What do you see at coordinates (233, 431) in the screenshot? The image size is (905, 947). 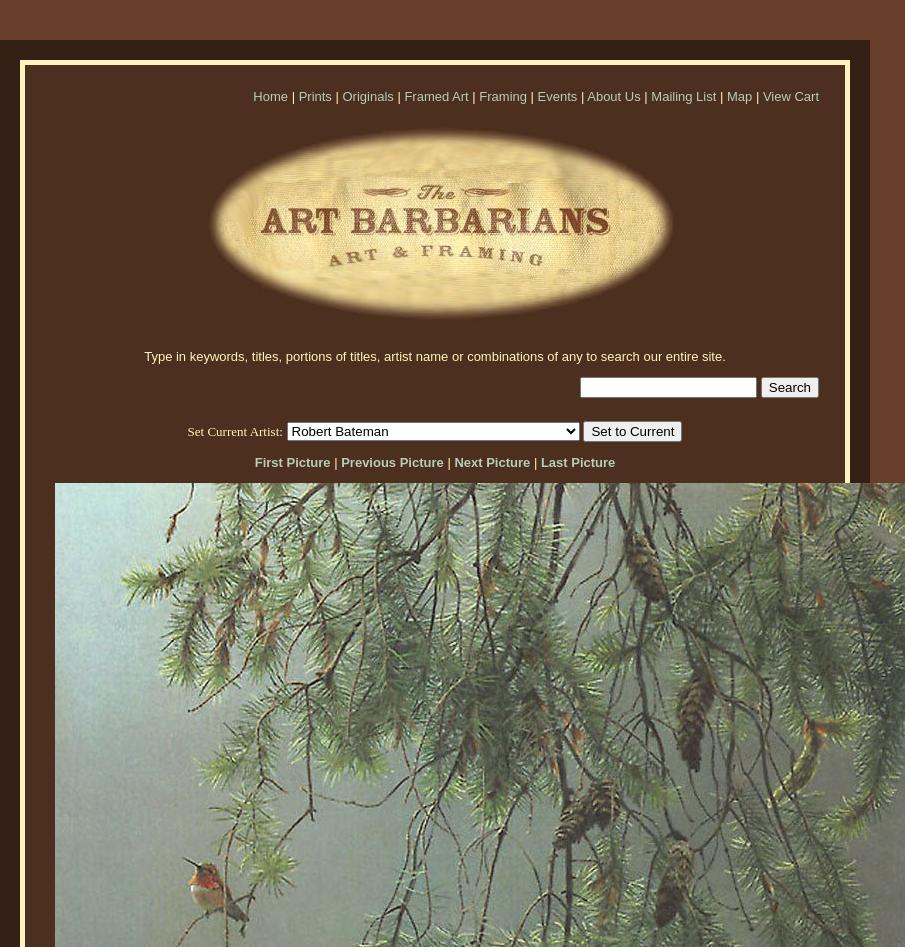 I see `'Set Current Artist:'` at bounding box center [233, 431].